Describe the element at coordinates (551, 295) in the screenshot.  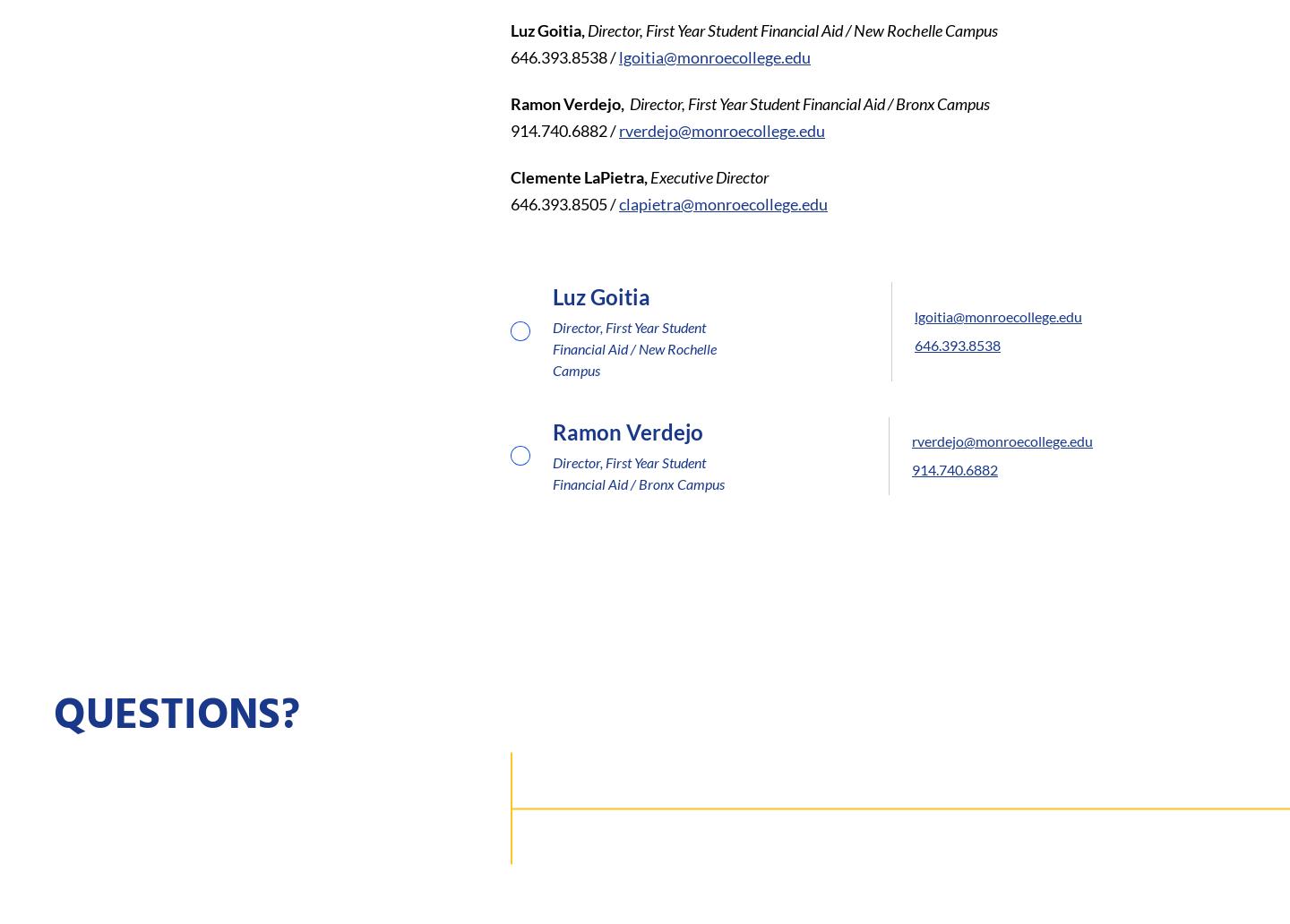
I see `'Luz Goitia'` at that location.